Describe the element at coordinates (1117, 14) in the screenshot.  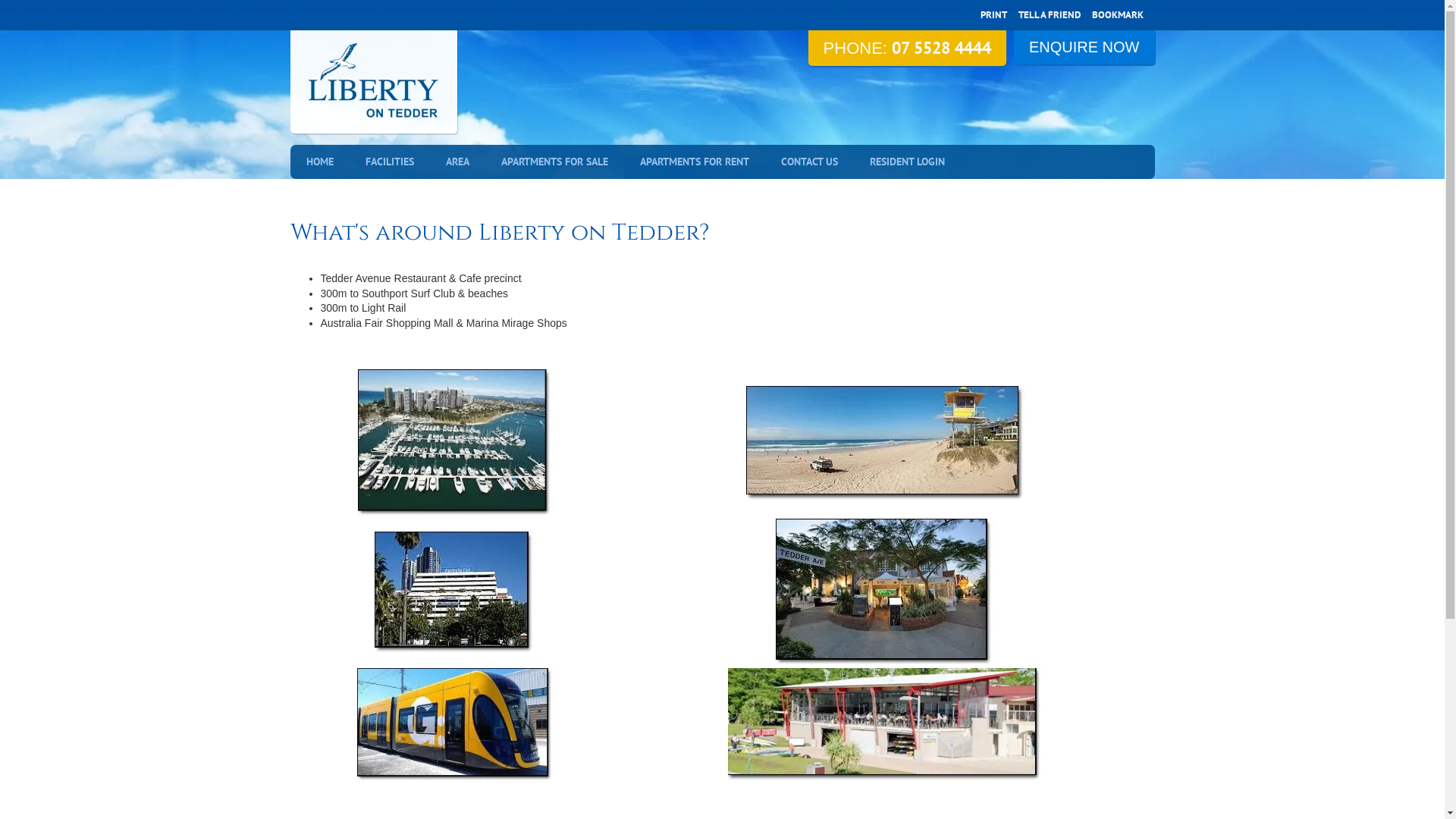
I see `'BOOKMARK'` at that location.